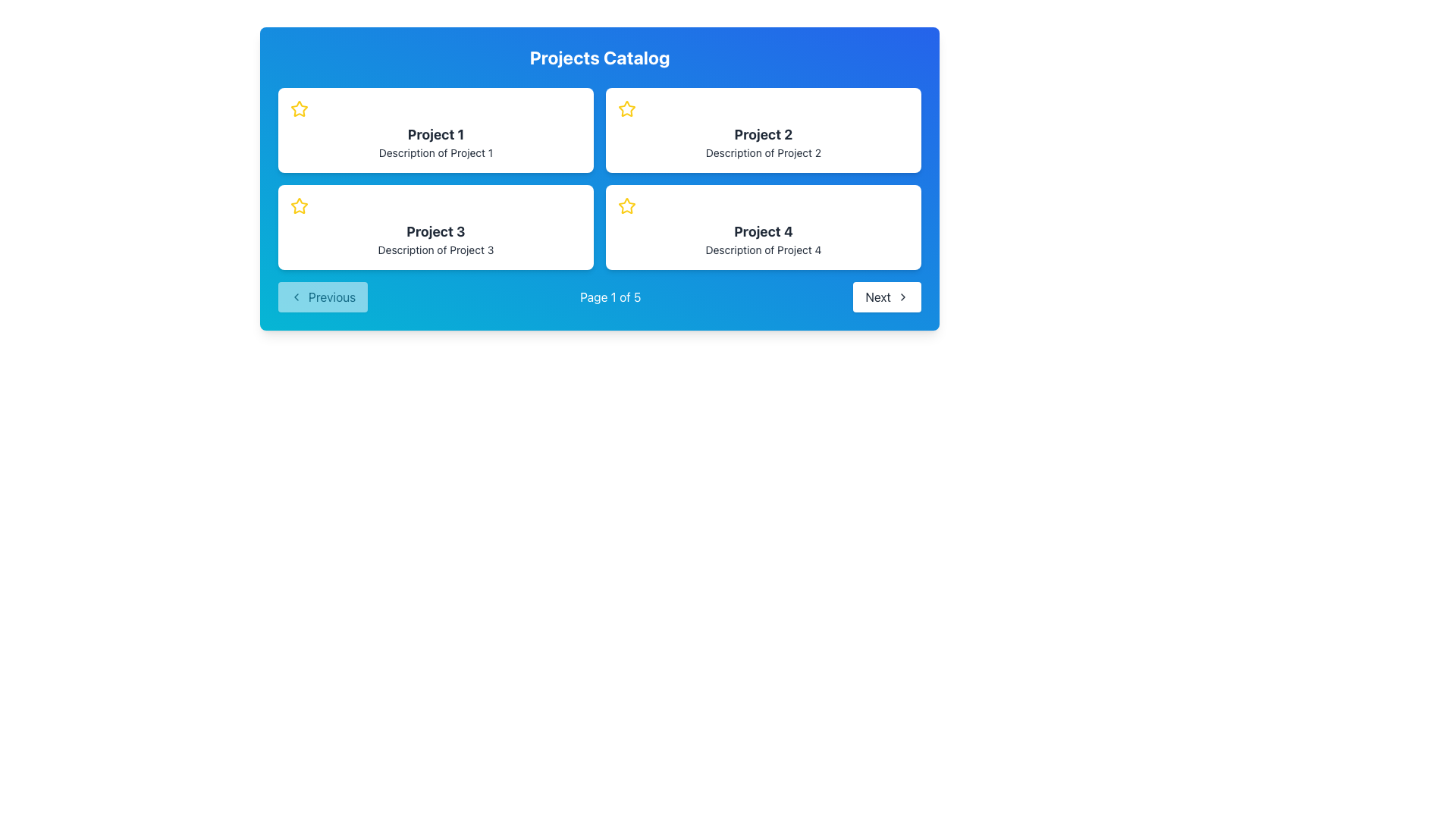  I want to click on the prominent text label 'Project 2', which is styled in bold and larger font, located within the right-top card under the 'Projects Catalog' heading, so click(764, 133).